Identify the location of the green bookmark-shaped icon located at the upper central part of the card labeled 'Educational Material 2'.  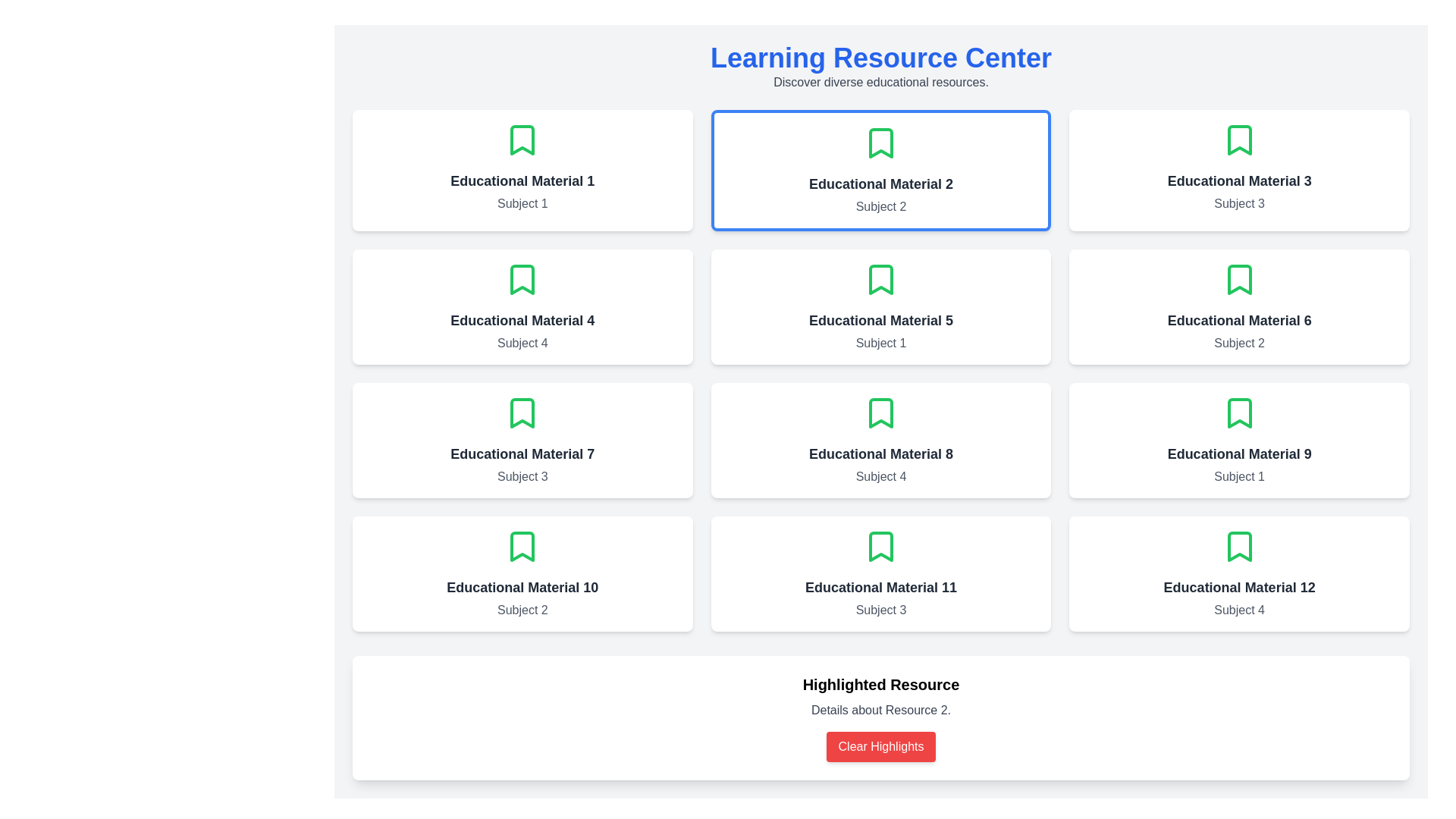
(880, 143).